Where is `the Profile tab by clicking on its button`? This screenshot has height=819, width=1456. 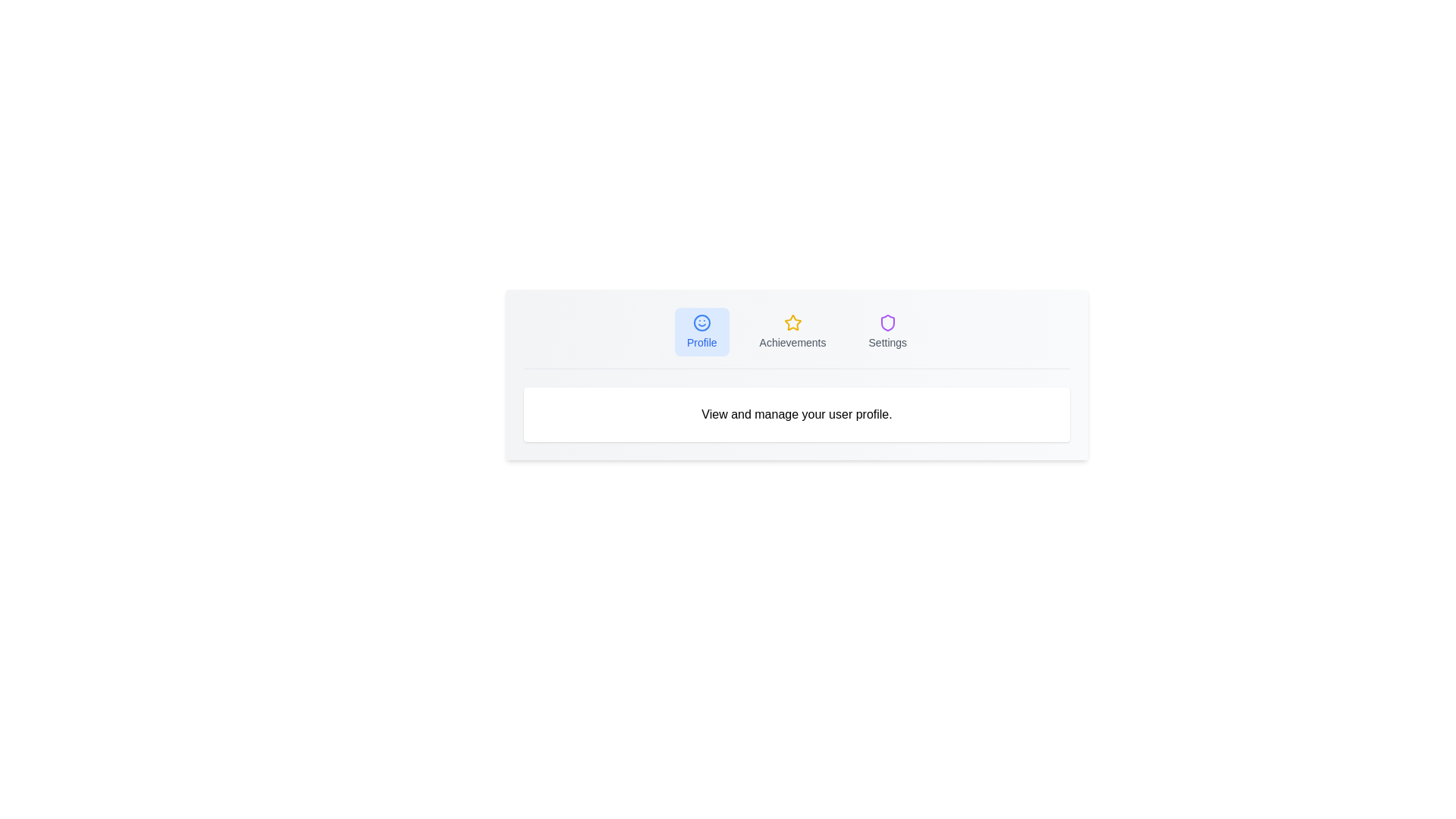 the Profile tab by clicking on its button is located at coordinates (701, 331).